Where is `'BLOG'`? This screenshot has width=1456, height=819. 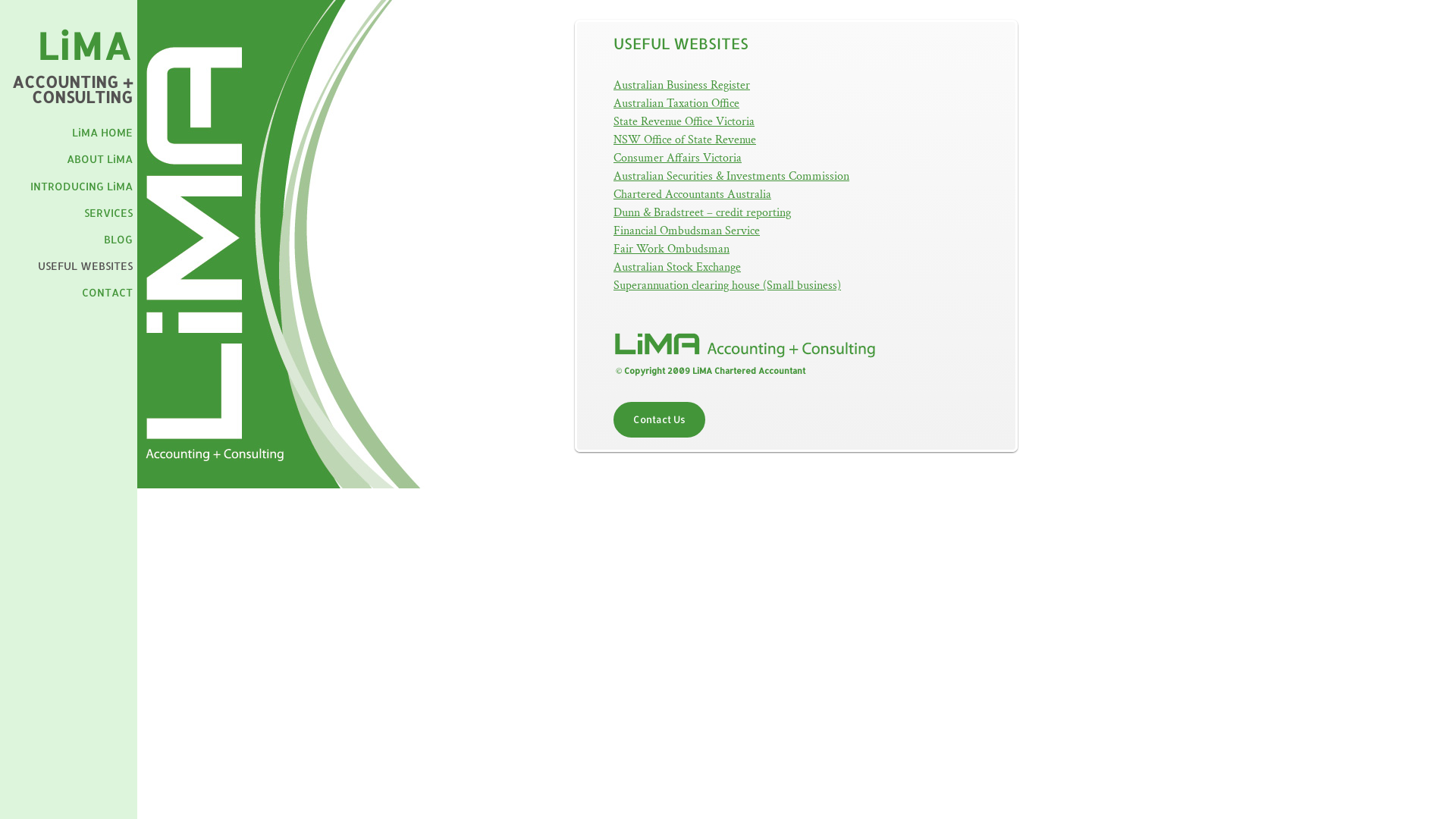 'BLOG' is located at coordinates (117, 239).